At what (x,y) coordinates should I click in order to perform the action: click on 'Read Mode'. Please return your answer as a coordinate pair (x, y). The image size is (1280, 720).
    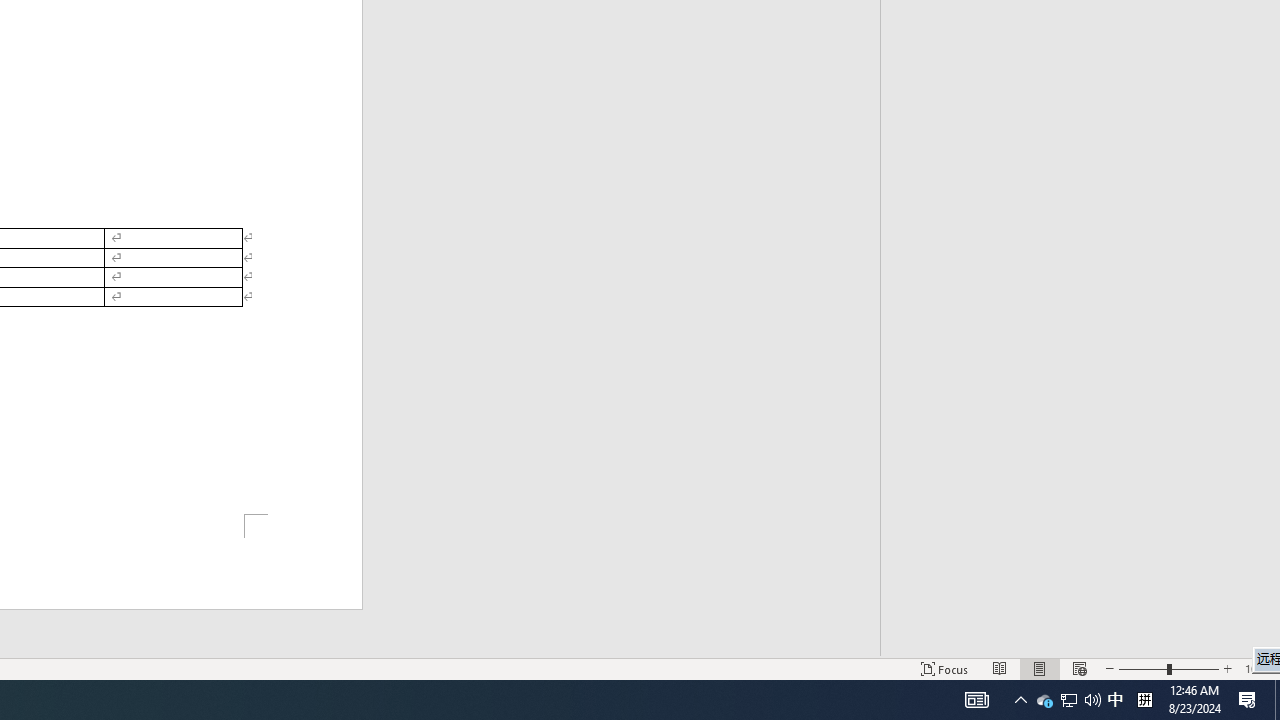
    Looking at the image, I should click on (1000, 669).